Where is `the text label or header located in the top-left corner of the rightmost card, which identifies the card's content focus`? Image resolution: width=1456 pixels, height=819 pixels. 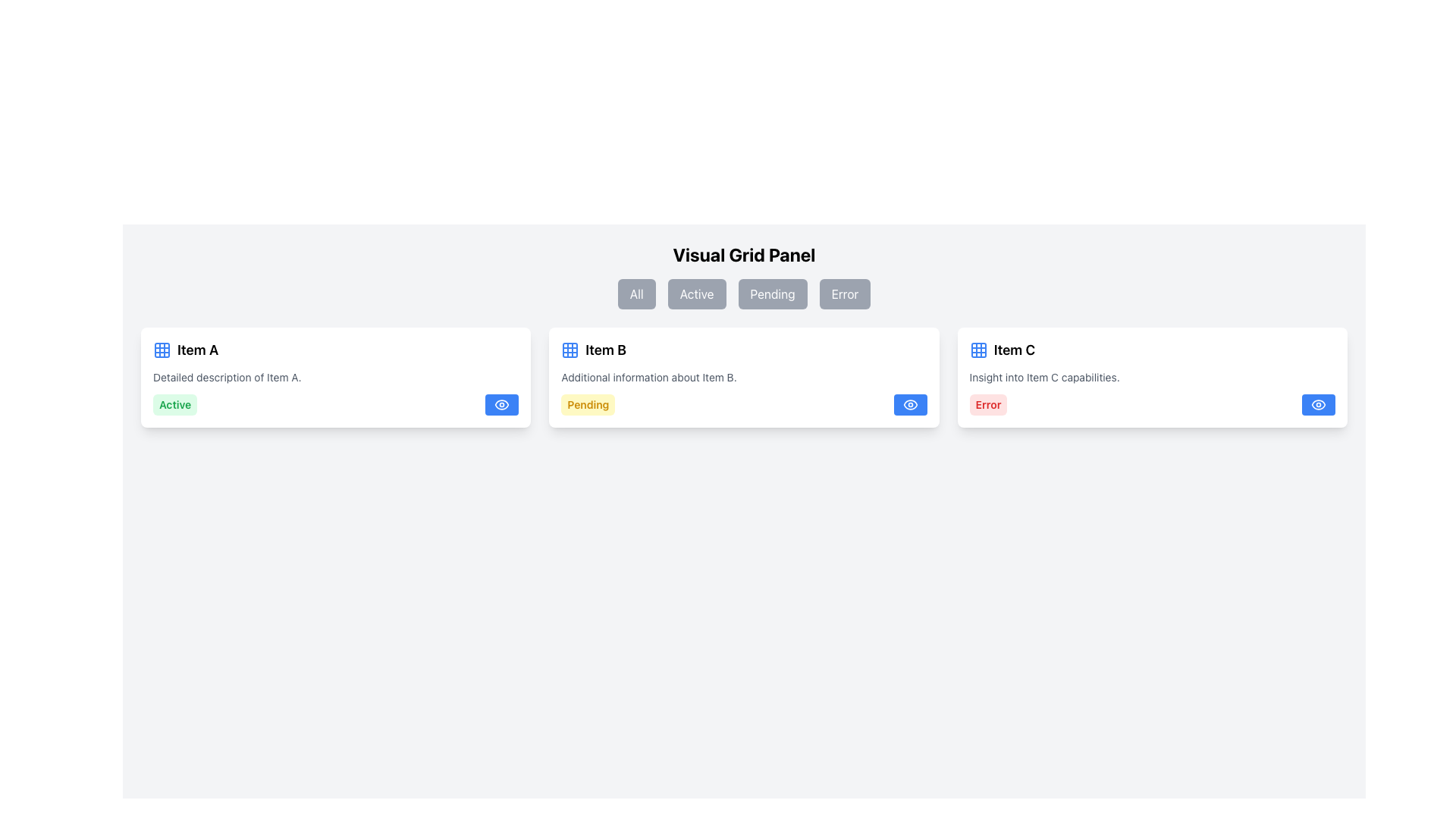
the text label or header located in the top-left corner of the rightmost card, which identifies the card's content focus is located at coordinates (1002, 350).